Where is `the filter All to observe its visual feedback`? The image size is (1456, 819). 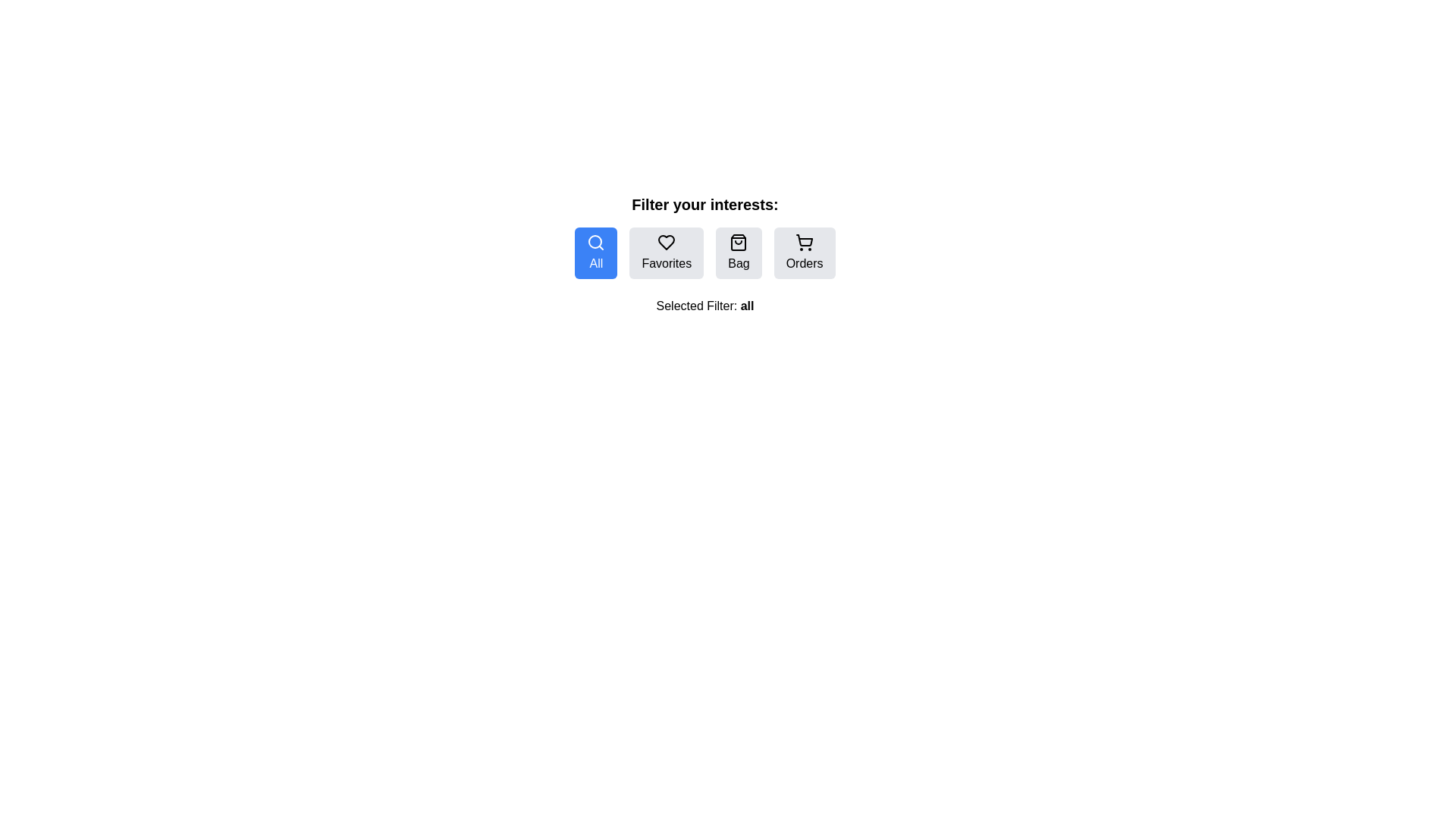 the filter All to observe its visual feedback is located at coordinates (595, 253).